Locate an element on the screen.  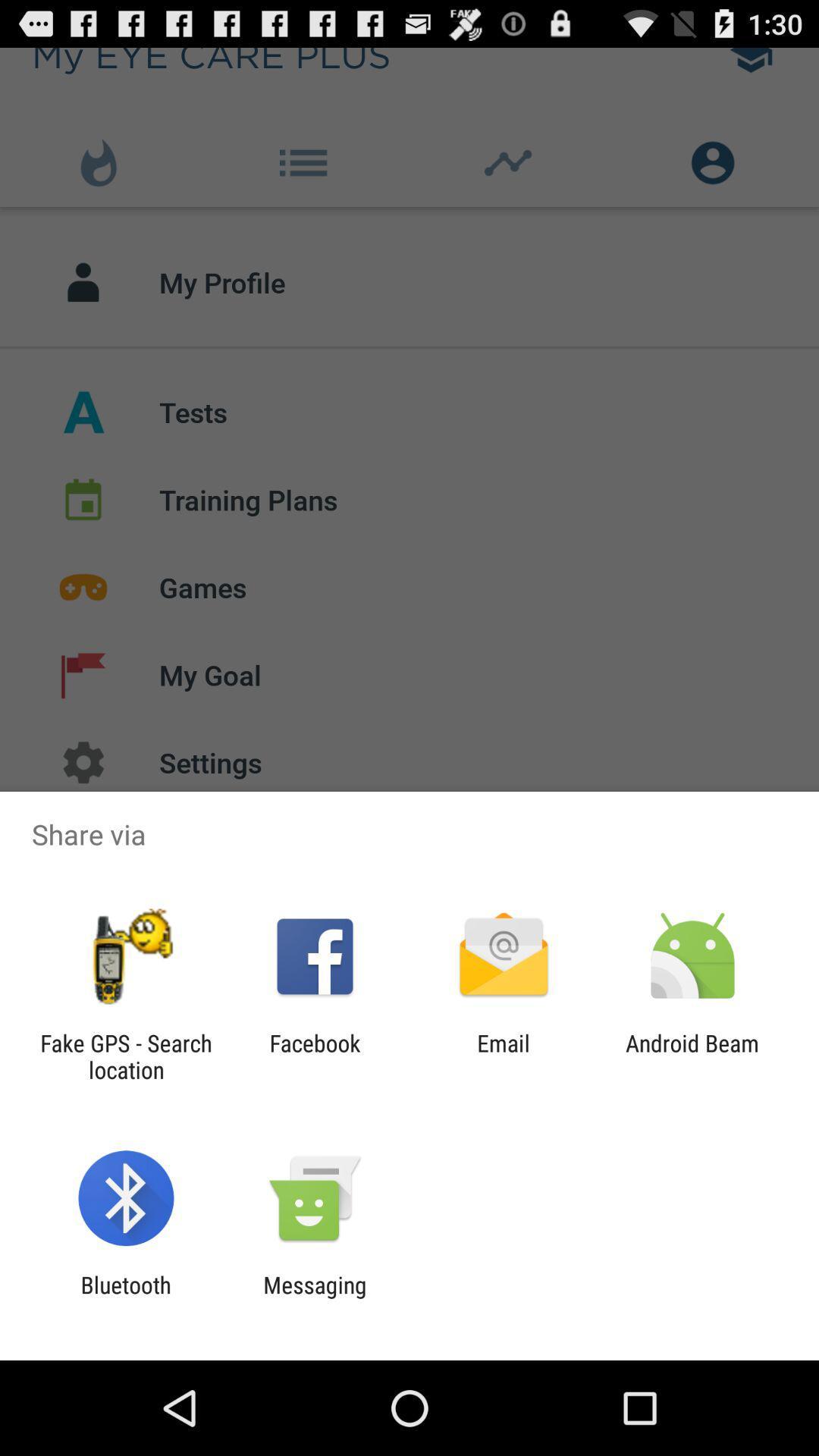
the app next to email is located at coordinates (692, 1056).